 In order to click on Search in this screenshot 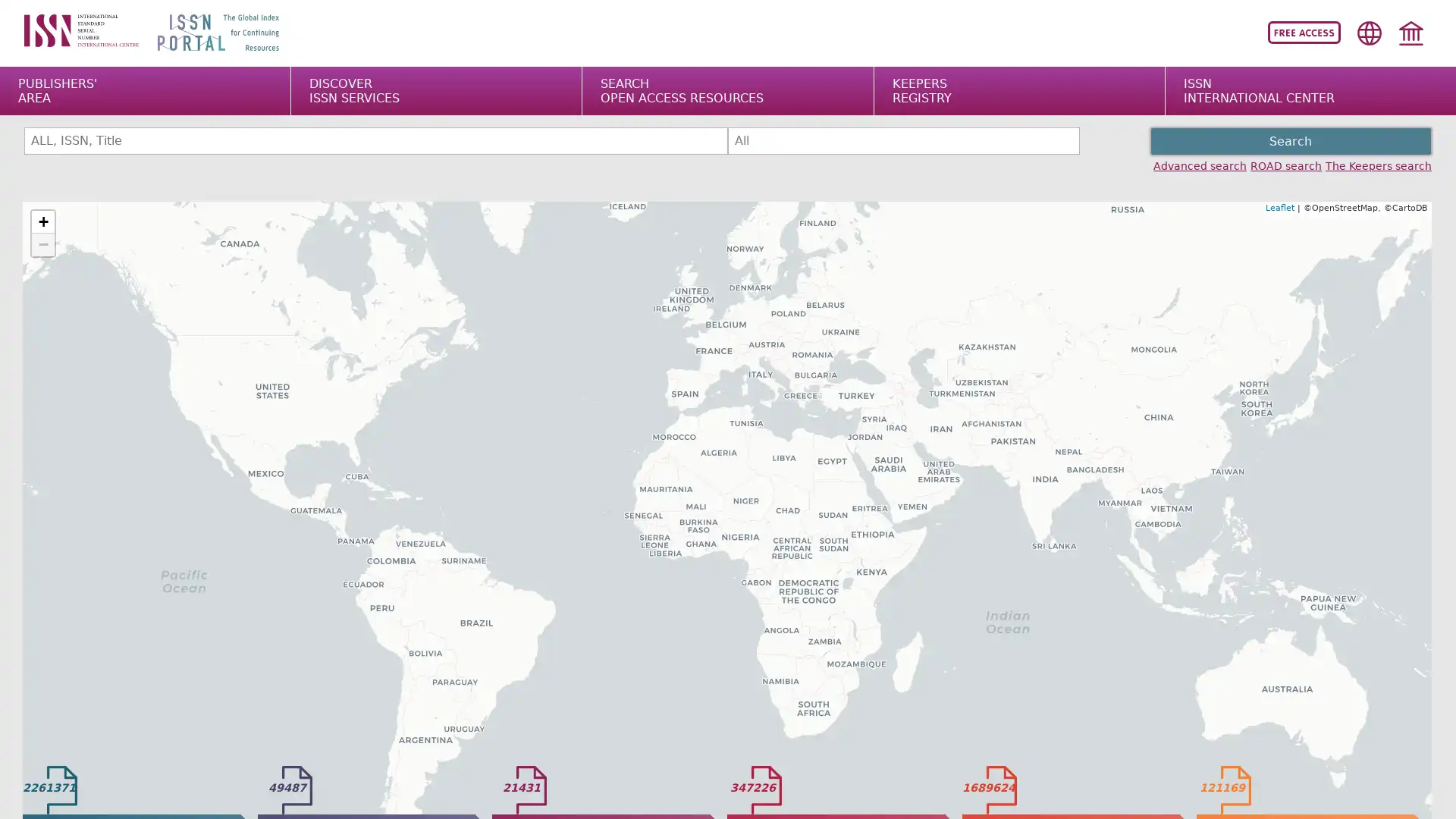, I will do `click(1290, 141)`.